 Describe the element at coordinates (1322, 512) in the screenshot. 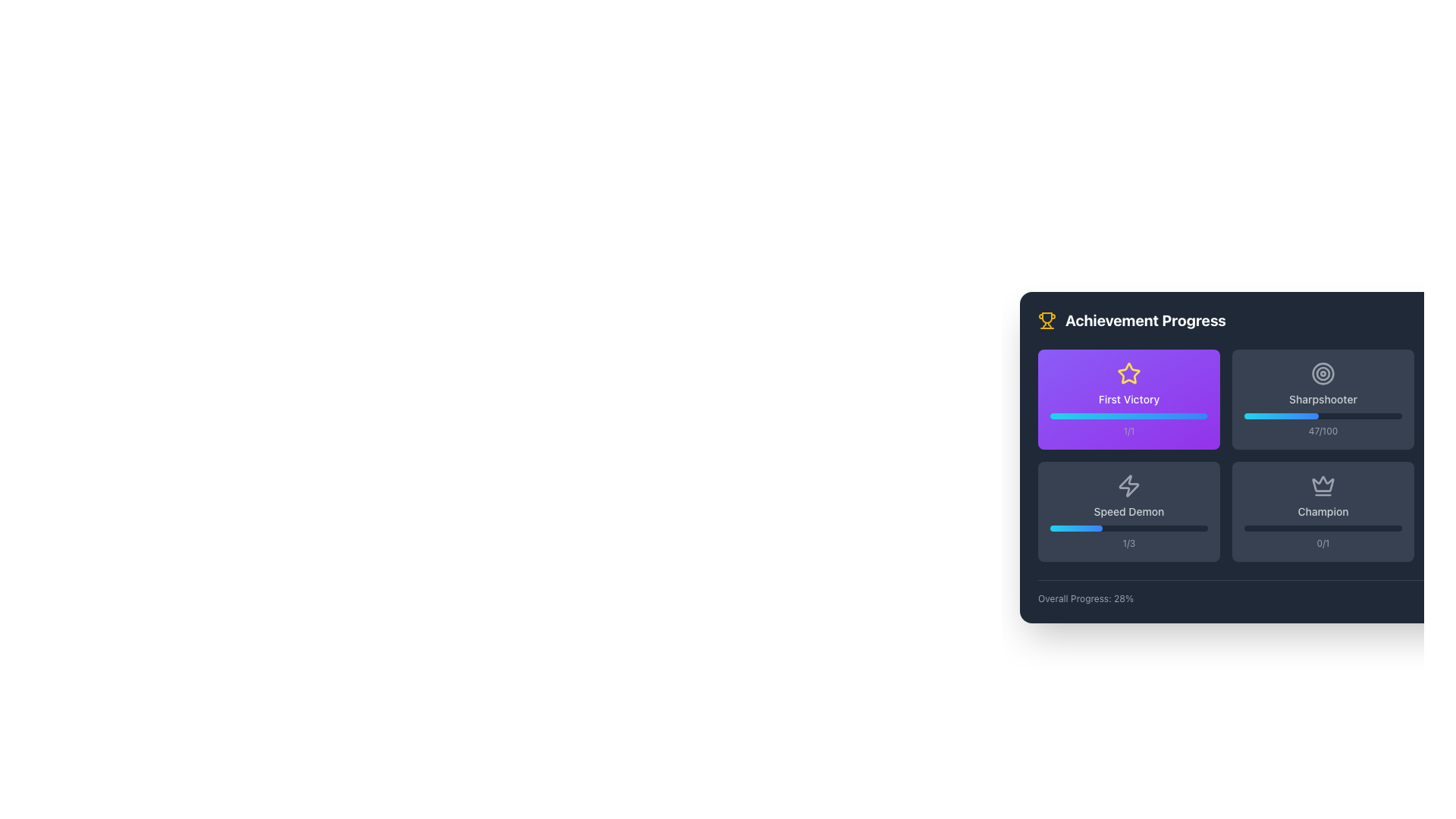

I see `the descriptive text label located within the bottom-right progress card labeled 'Champion', which is situated below a crown icon and above a progress bar` at that location.